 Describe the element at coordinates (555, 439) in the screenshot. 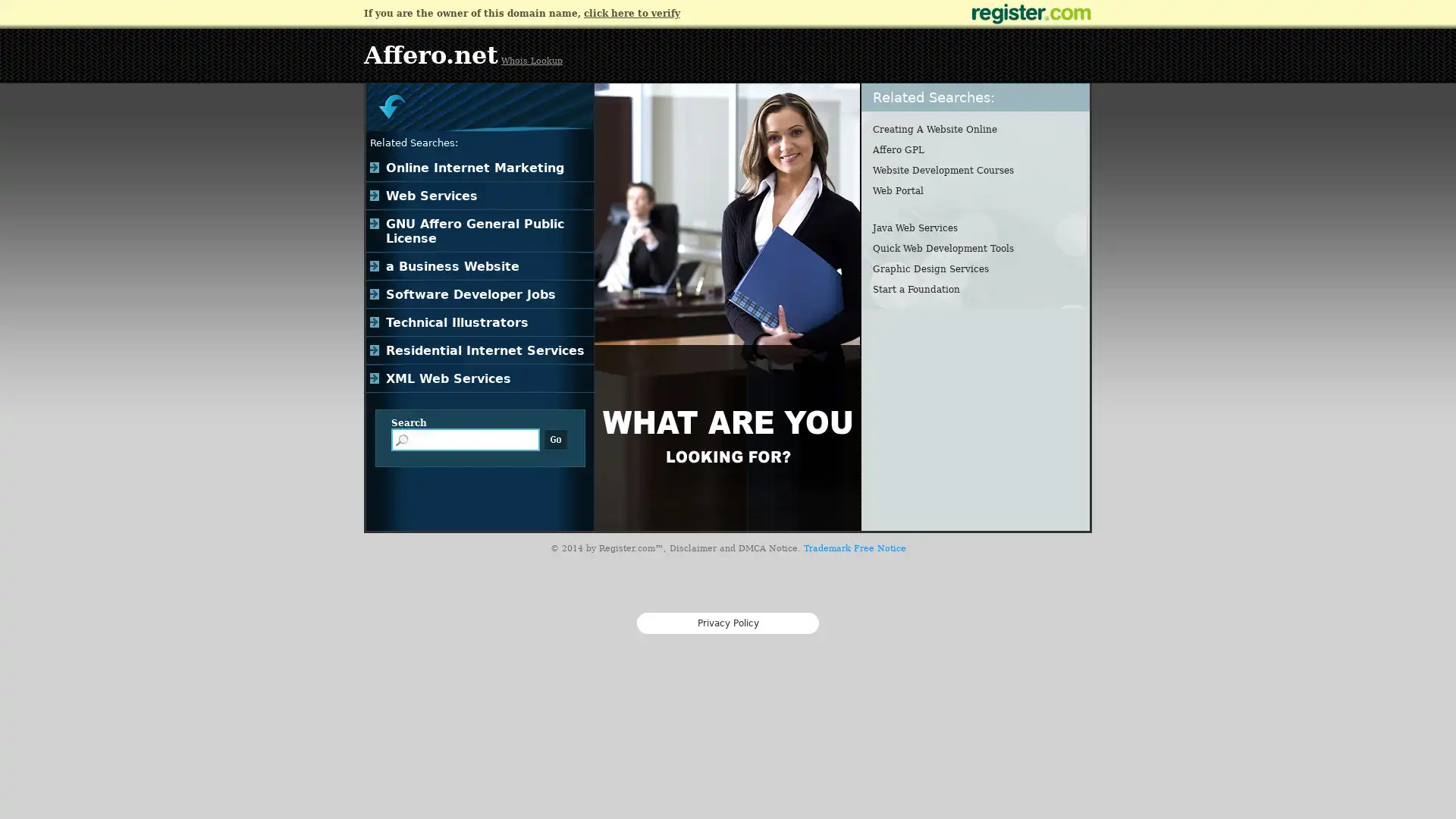

I see `Go` at that location.